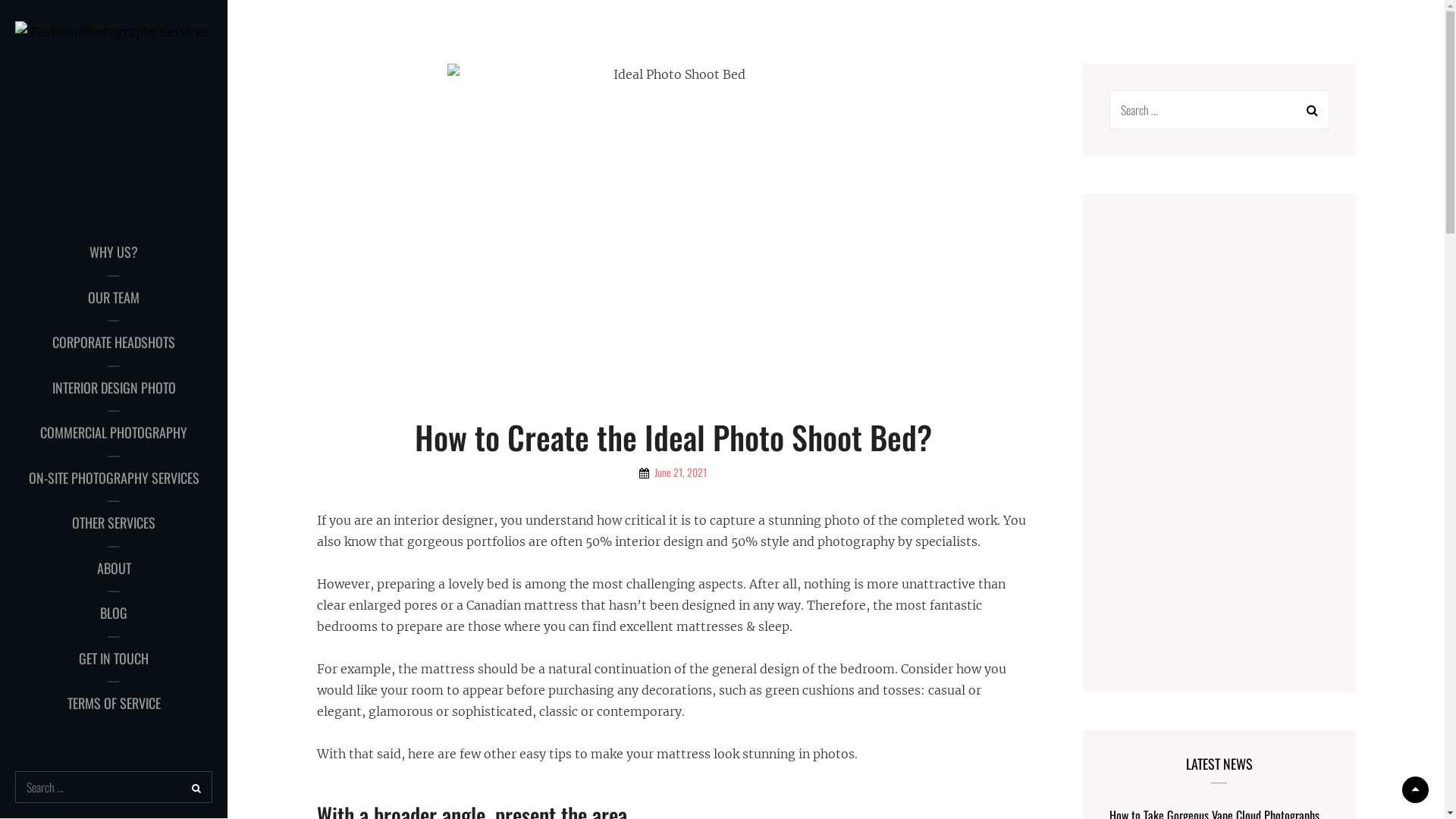 Image resolution: width=1456 pixels, height=819 pixels. Describe the element at coordinates (112, 613) in the screenshot. I see `'BLOG'` at that location.